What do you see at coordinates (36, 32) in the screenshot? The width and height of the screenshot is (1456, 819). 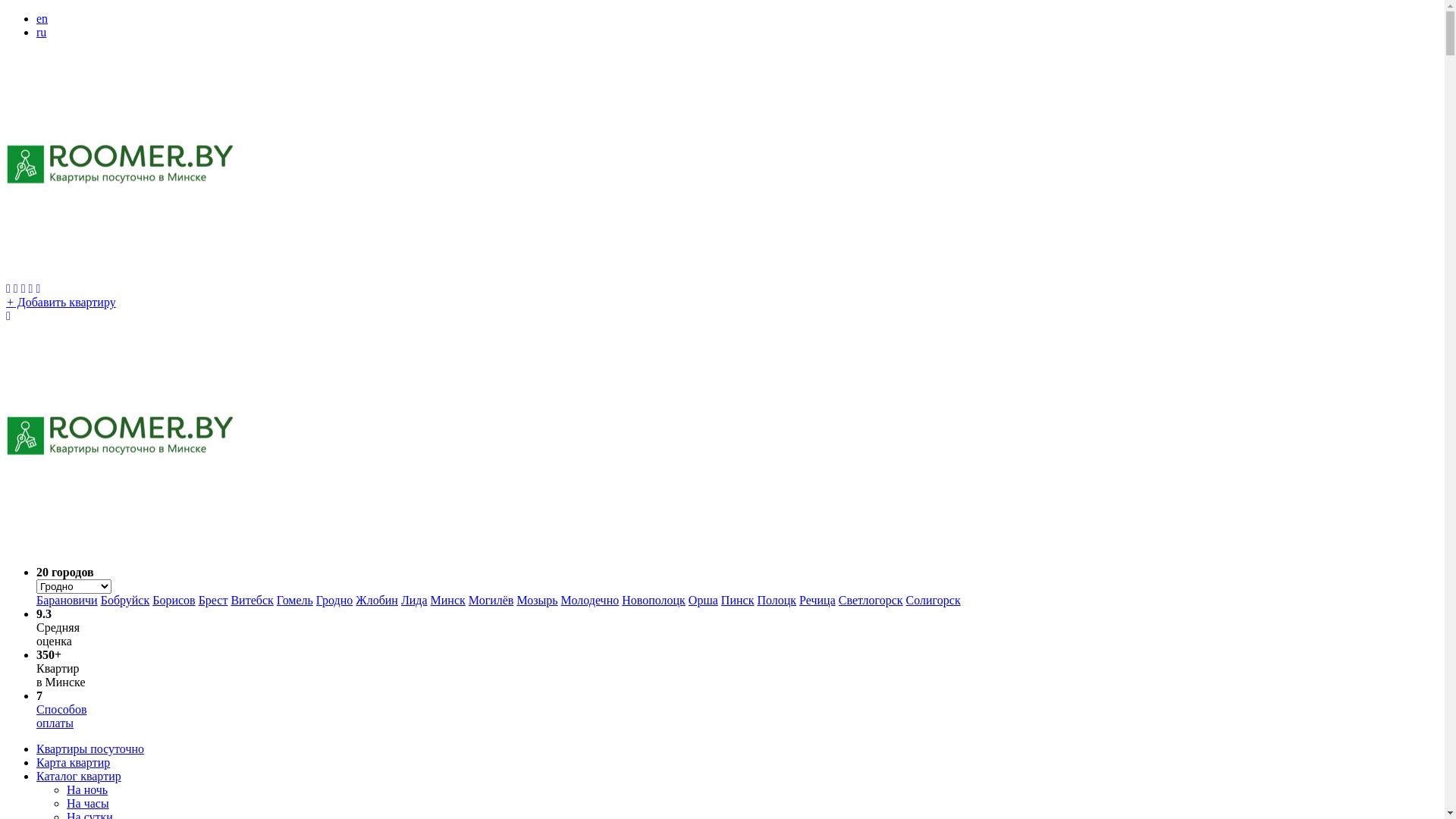 I see `'ru'` at bounding box center [36, 32].